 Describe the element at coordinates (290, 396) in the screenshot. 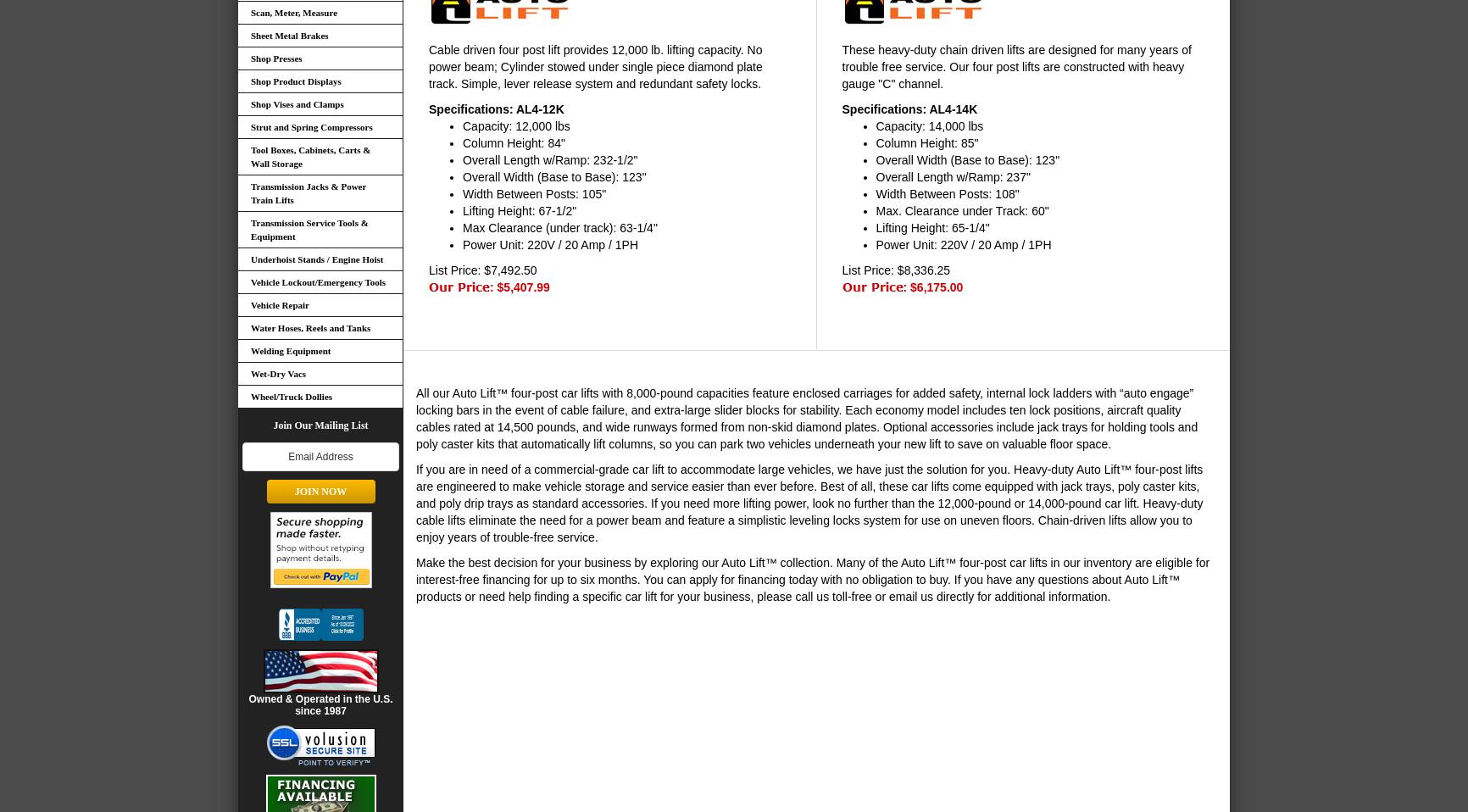

I see `'Wheel/Truck Dollies'` at that location.